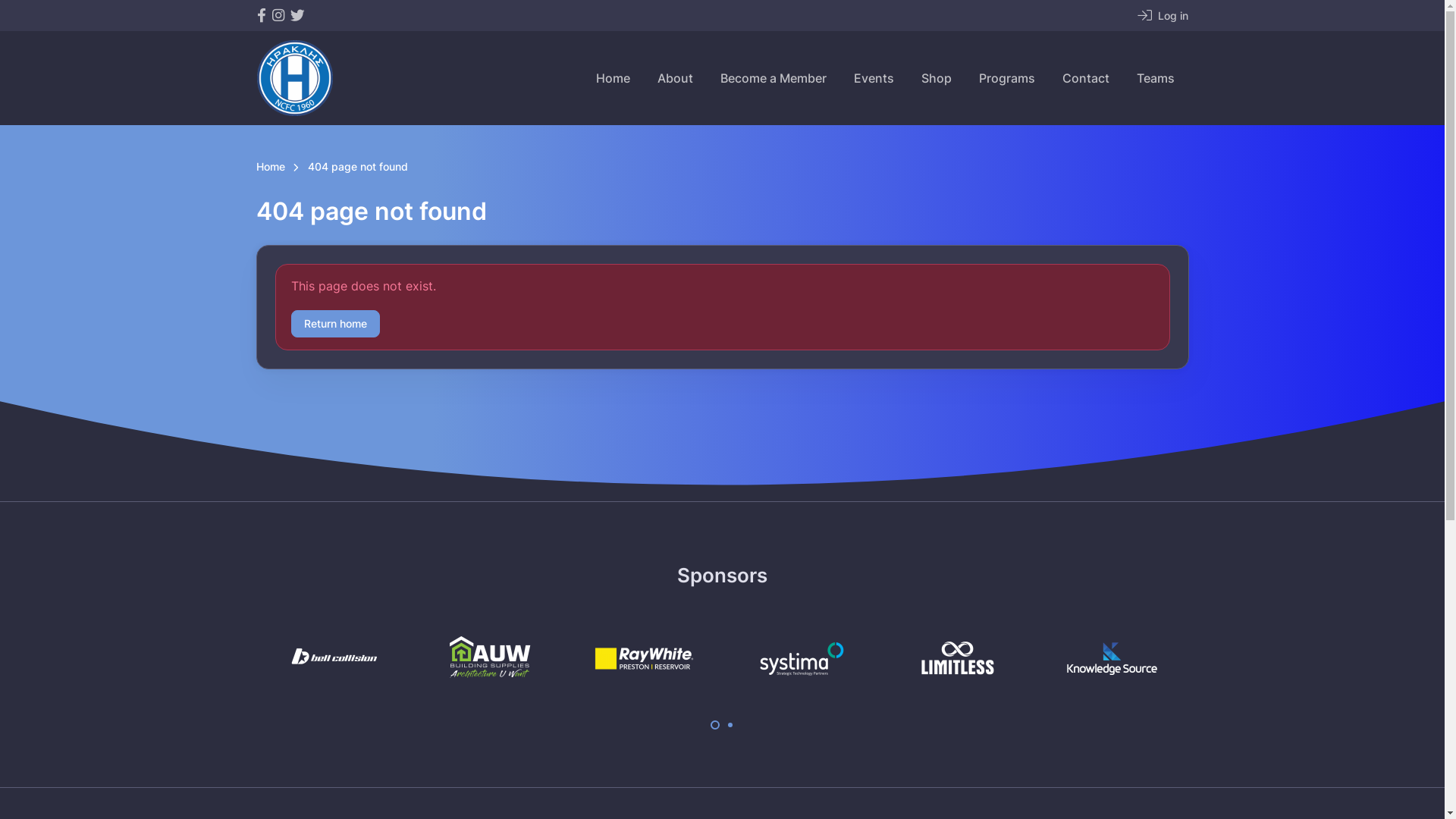 The height and width of the screenshot is (819, 1456). What do you see at coordinates (799, 657) in the screenshot?
I see `'Systima'` at bounding box center [799, 657].